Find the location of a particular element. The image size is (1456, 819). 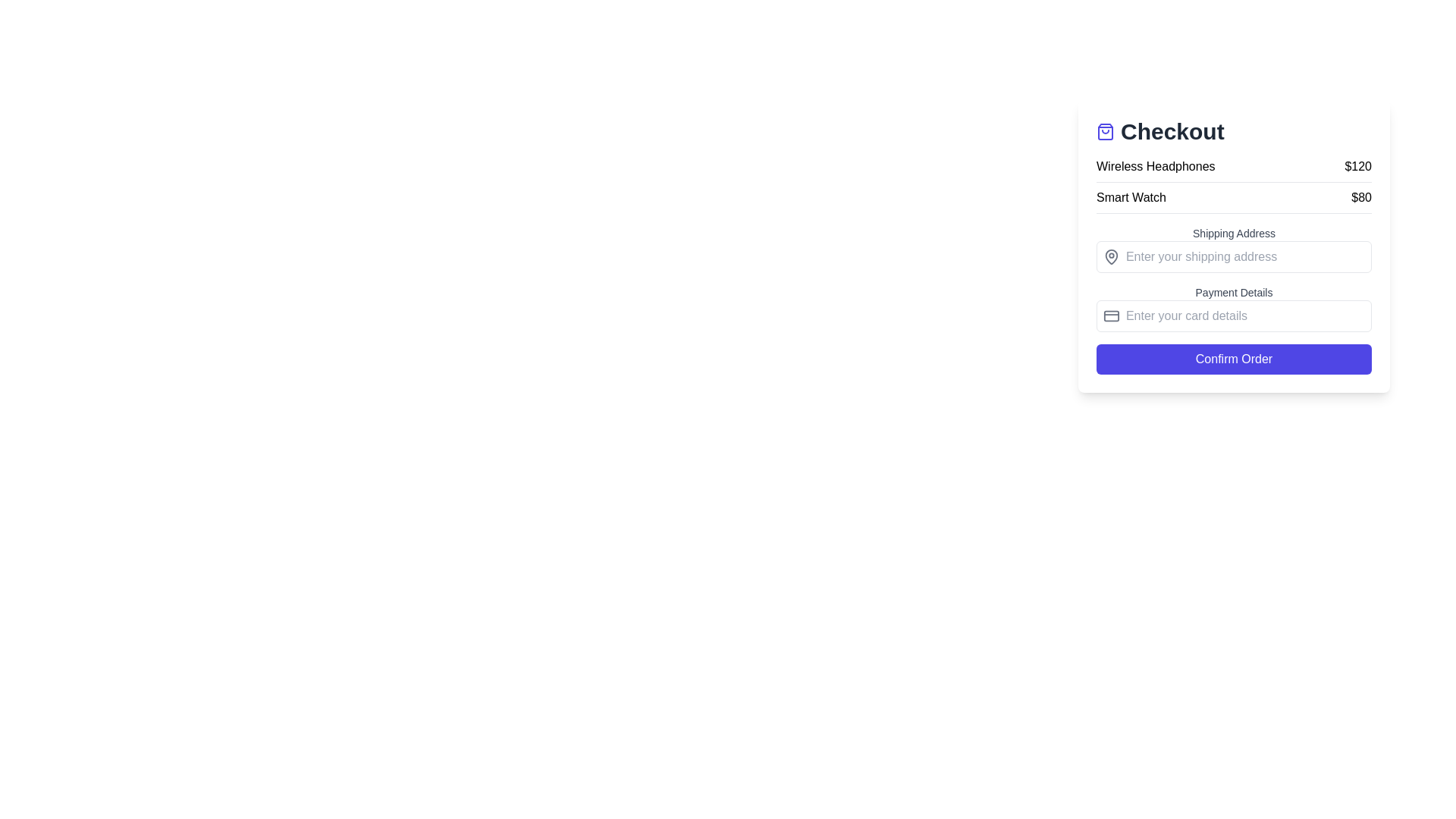

the 'Wireless Headphones' label, which is positioned at the top of the item list in the checkout interface, aligned horizontally with the price tag '$120' and vertically above the 'Smart Watch' label is located at coordinates (1155, 166).